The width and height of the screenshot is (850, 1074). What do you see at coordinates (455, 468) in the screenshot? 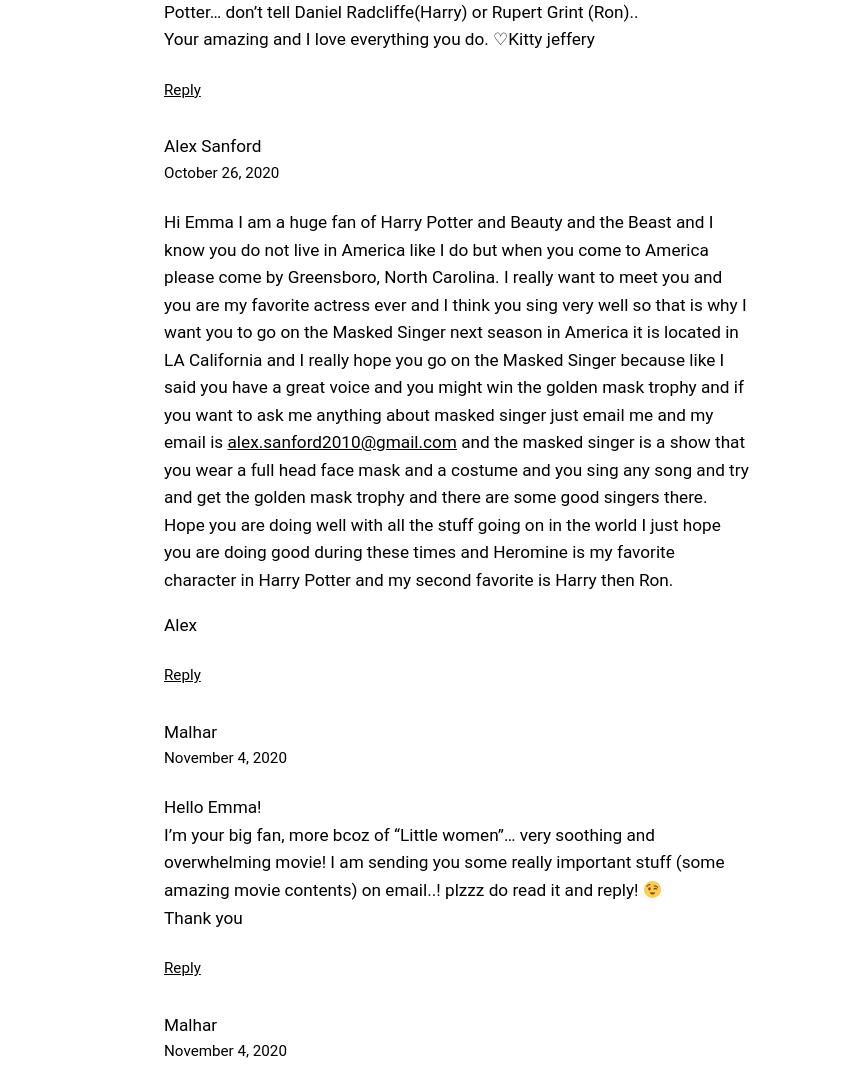
I see `'and the masked singer is a show that you wear a full head face mask and a costume and you sing any song and try and get the golden mask trophy and there are some good singers there.'` at bounding box center [455, 468].